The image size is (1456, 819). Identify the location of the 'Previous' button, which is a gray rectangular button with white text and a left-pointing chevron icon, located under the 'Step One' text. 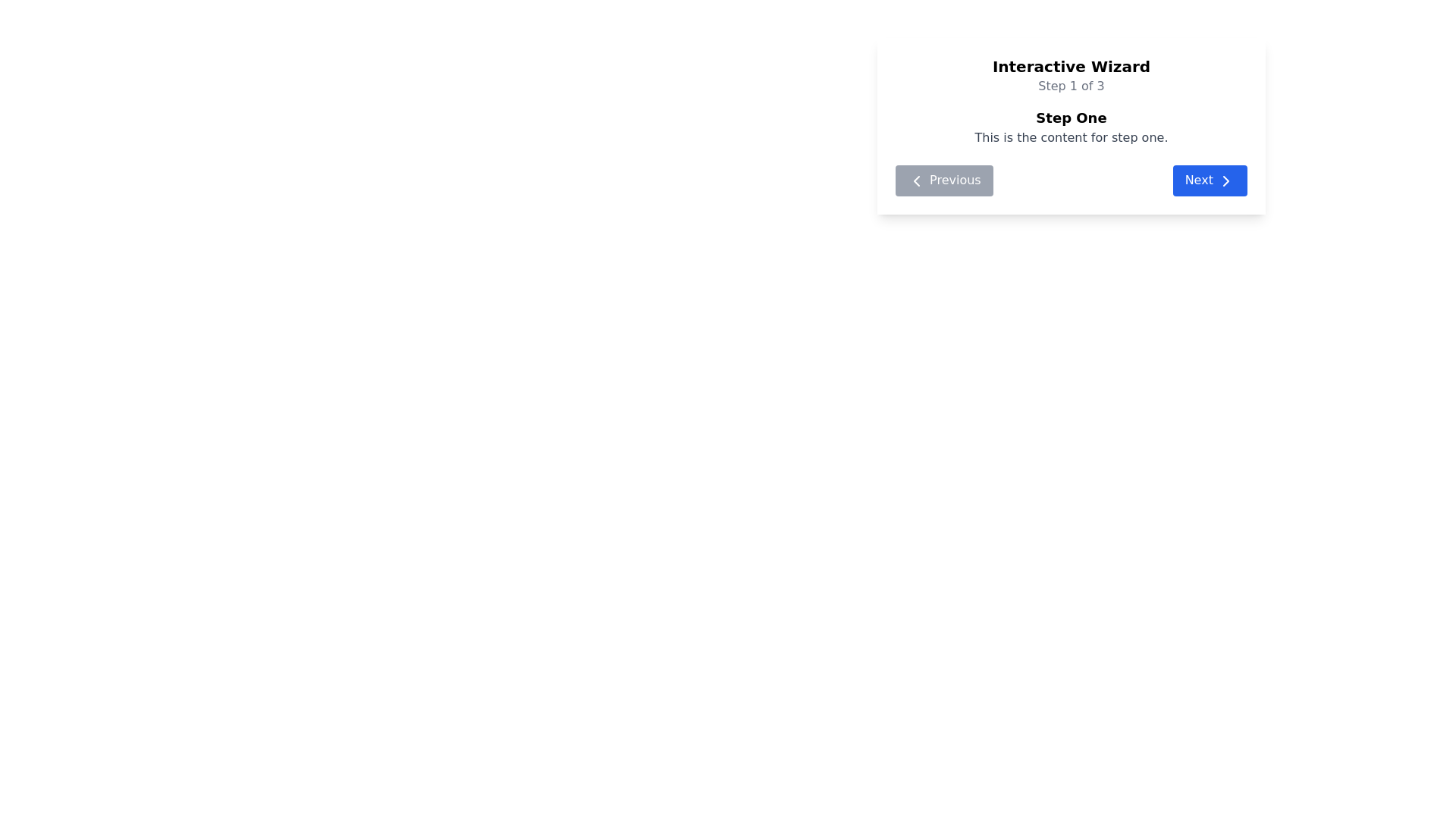
(943, 180).